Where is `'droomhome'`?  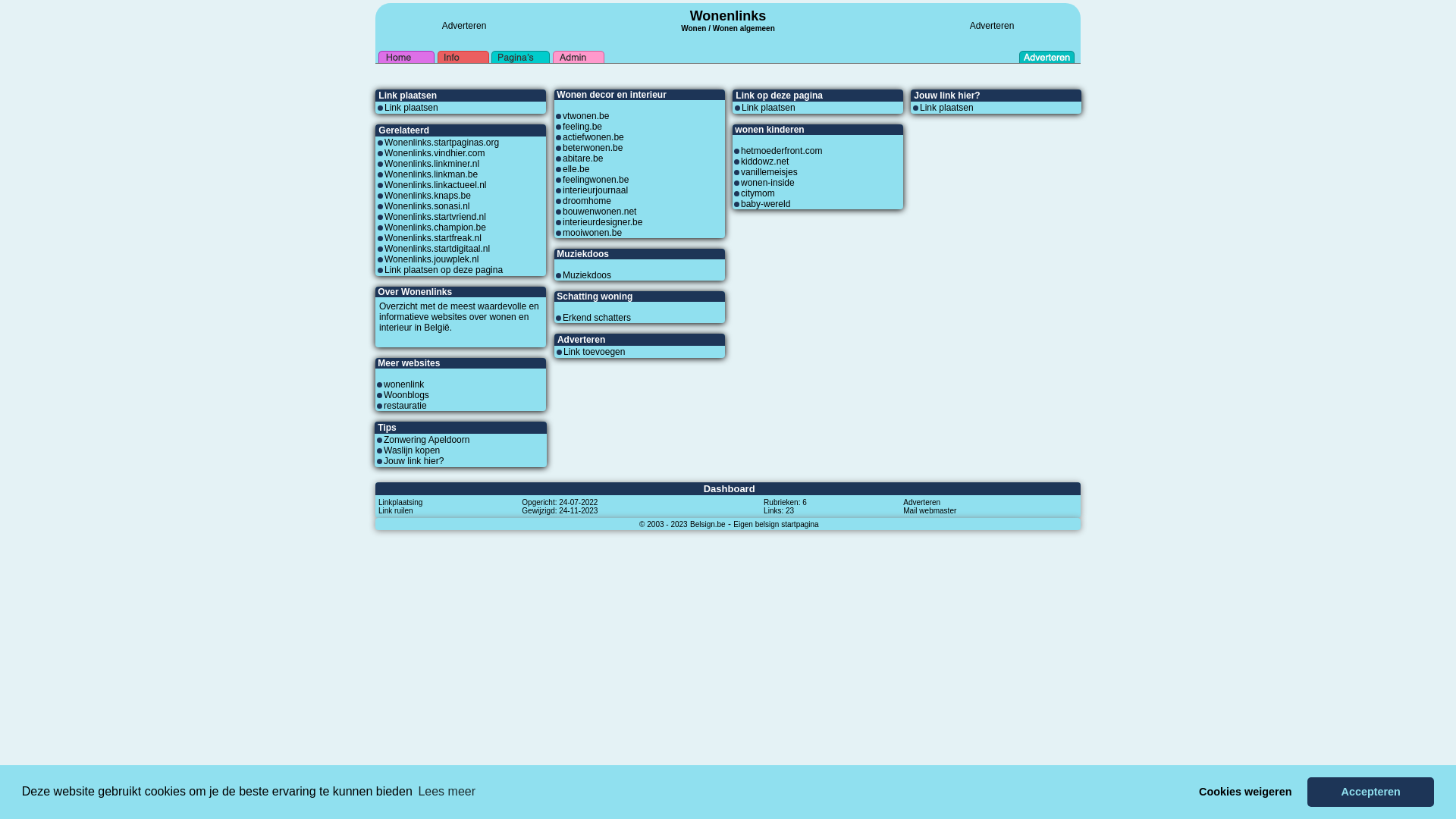 'droomhome' is located at coordinates (585, 200).